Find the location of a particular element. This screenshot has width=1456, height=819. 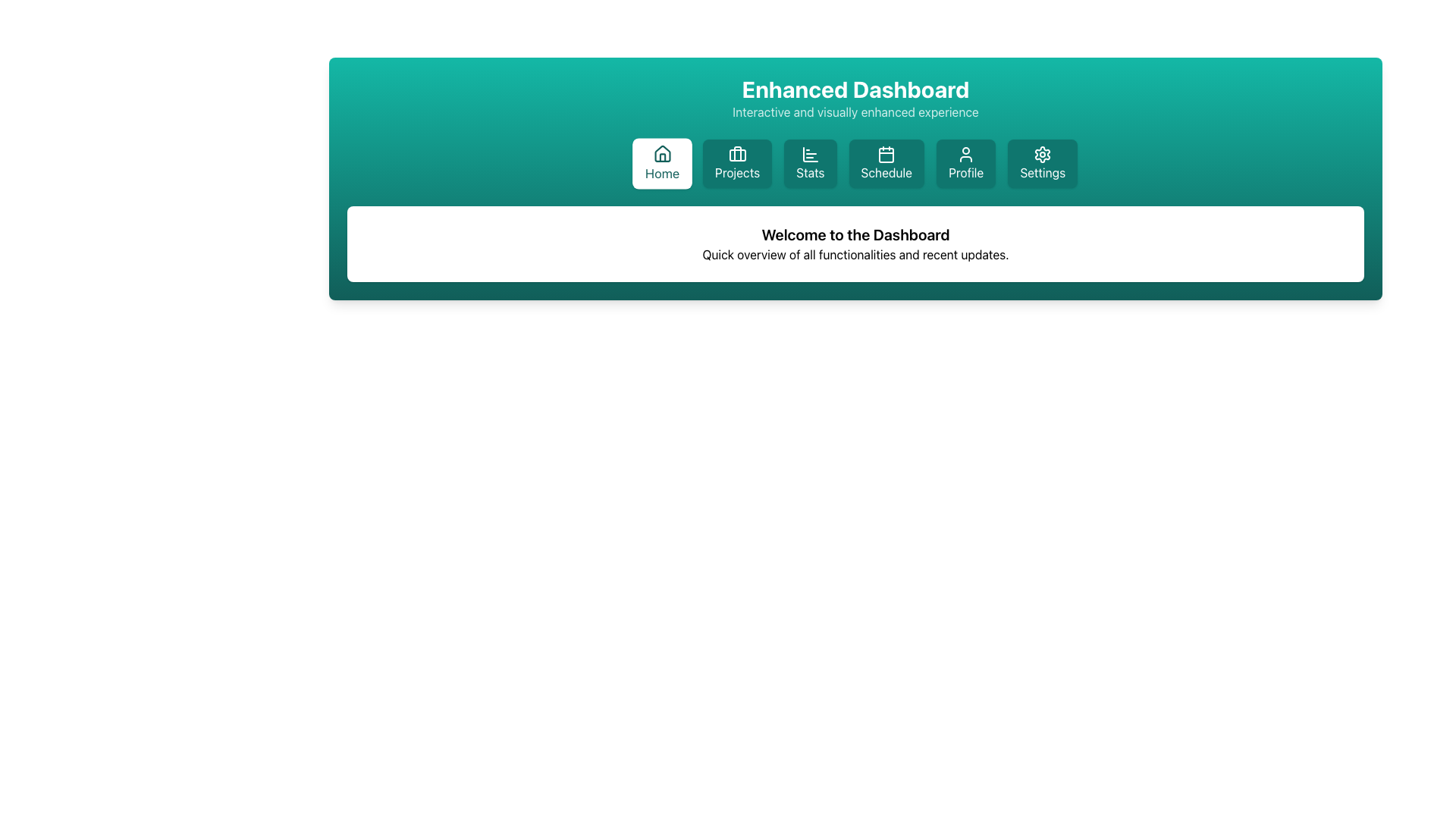

the Settings button located at the end of the horizontal list of interactive cards is located at coordinates (1042, 164).